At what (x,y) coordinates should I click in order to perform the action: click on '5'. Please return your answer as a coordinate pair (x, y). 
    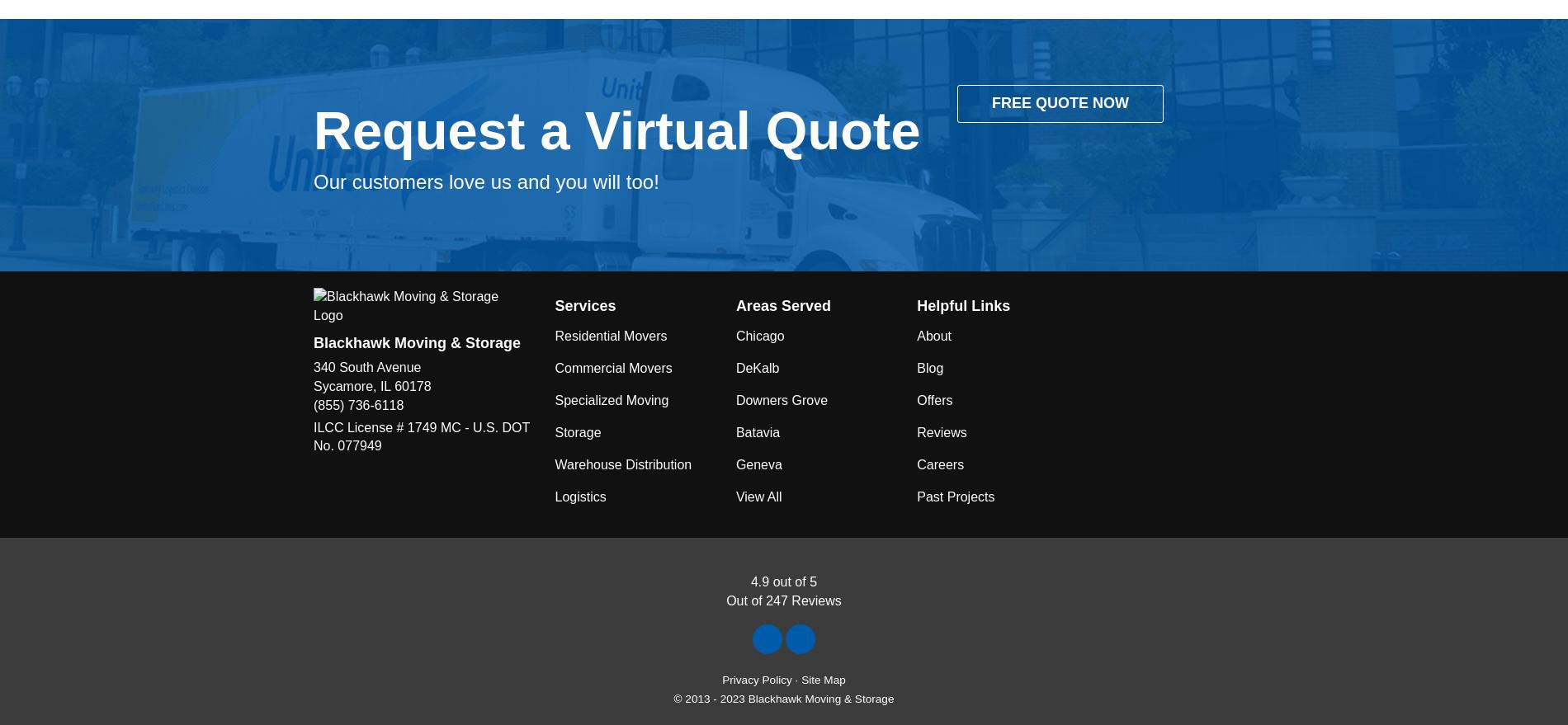
    Looking at the image, I should click on (813, 581).